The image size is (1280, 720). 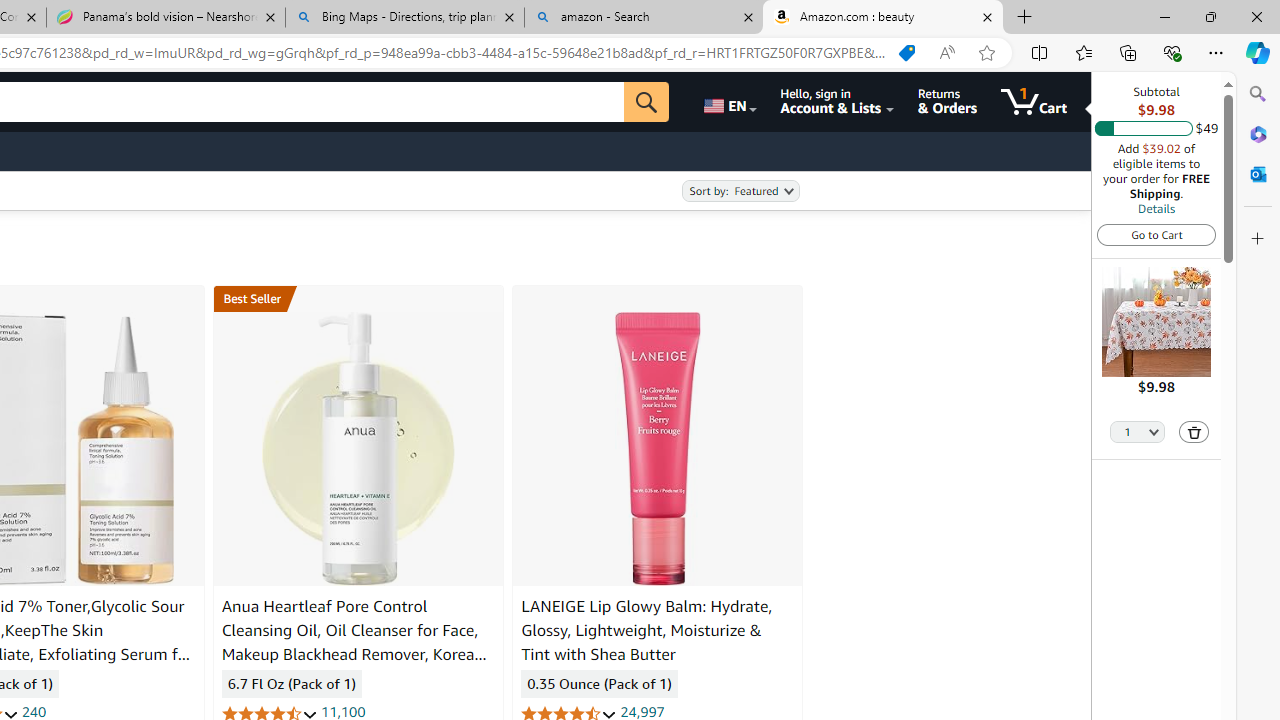 What do you see at coordinates (1194, 430) in the screenshot?
I see `'Delete'` at bounding box center [1194, 430].